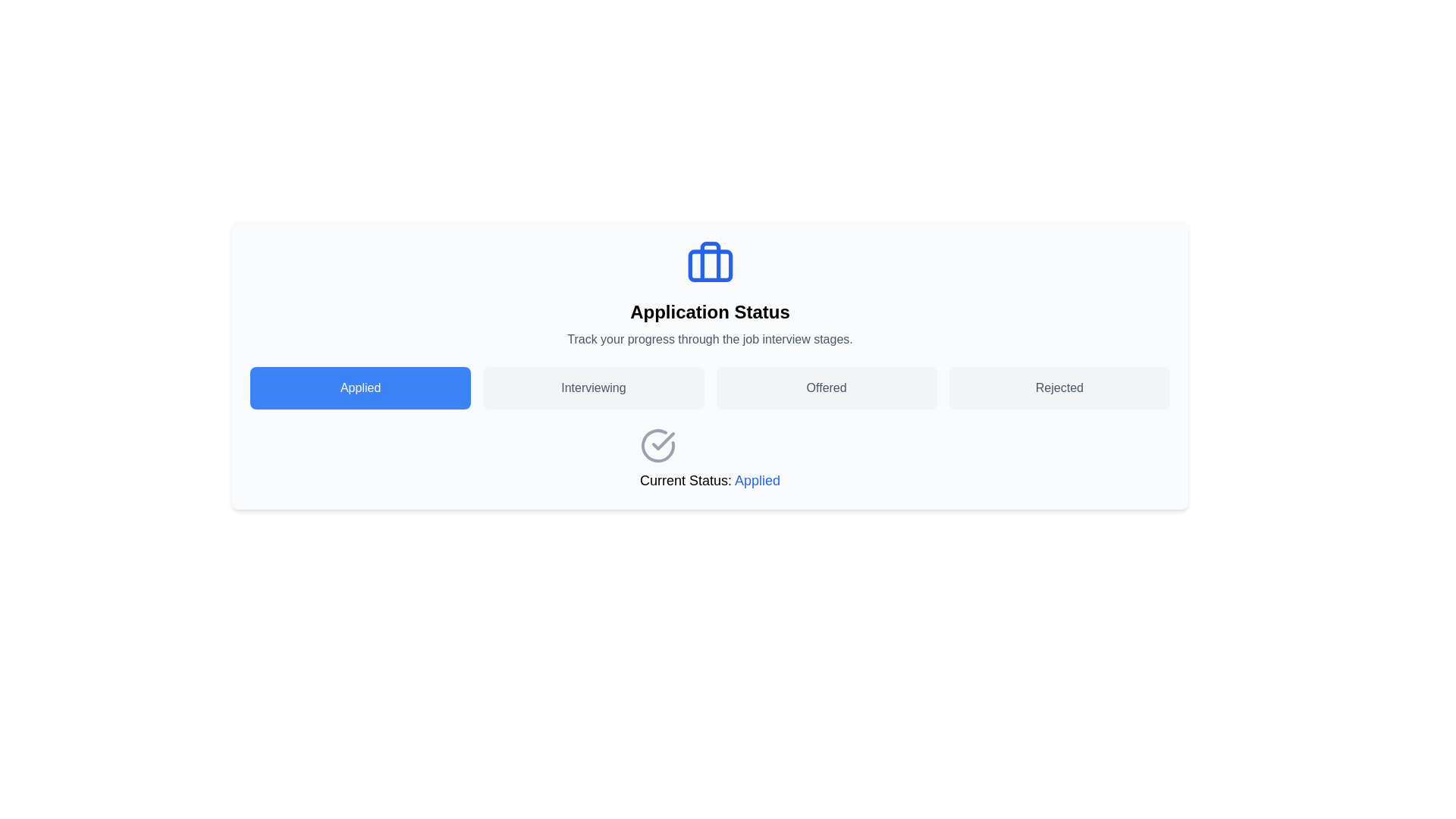 The height and width of the screenshot is (819, 1456). Describe the element at coordinates (592, 388) in the screenshot. I see `the 'Interviewing' button, which is the second in a series of four horizontally aligned buttons in a multi-step process tracker` at that location.